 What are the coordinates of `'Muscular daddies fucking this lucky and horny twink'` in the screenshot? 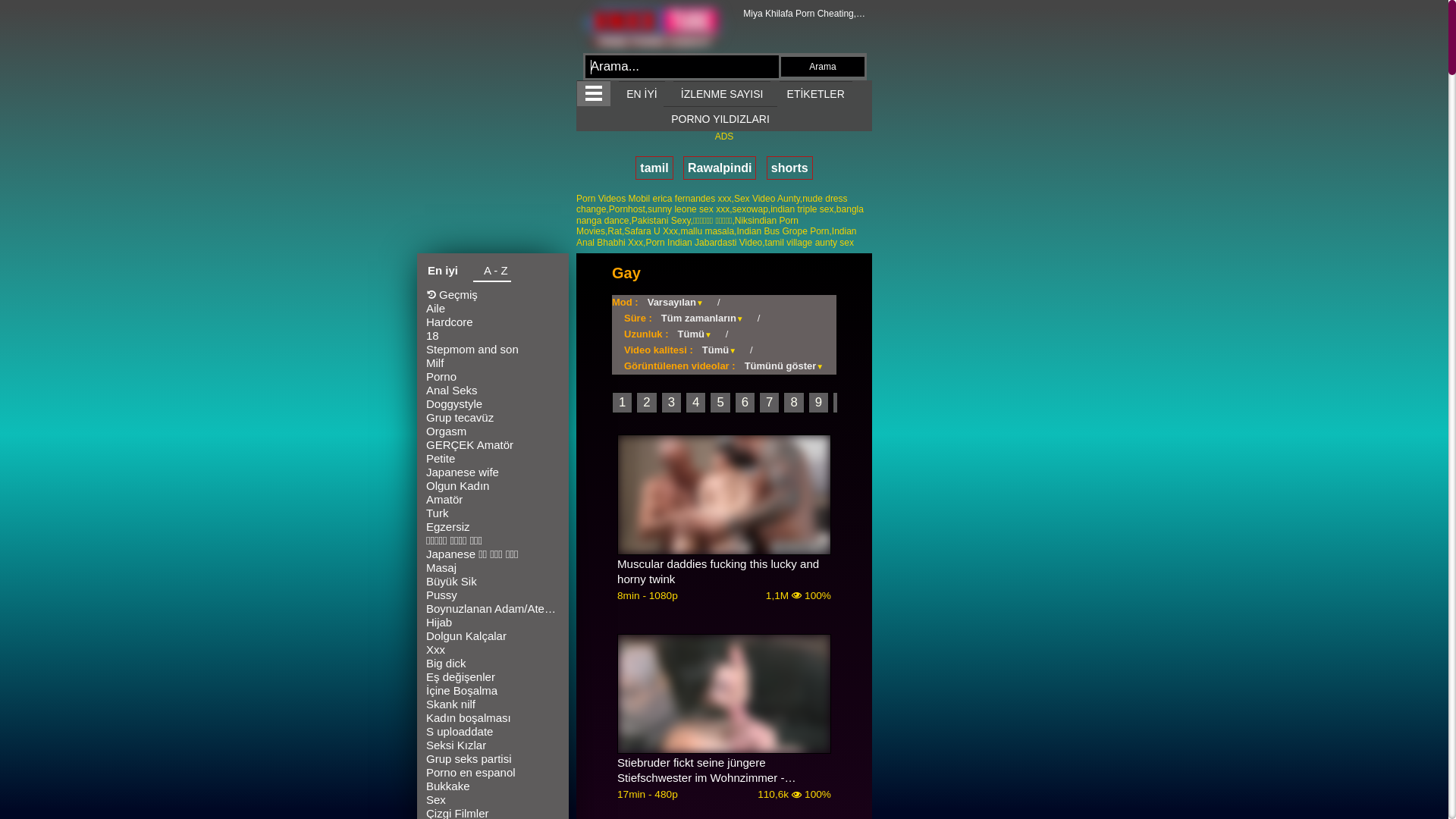 It's located at (617, 571).